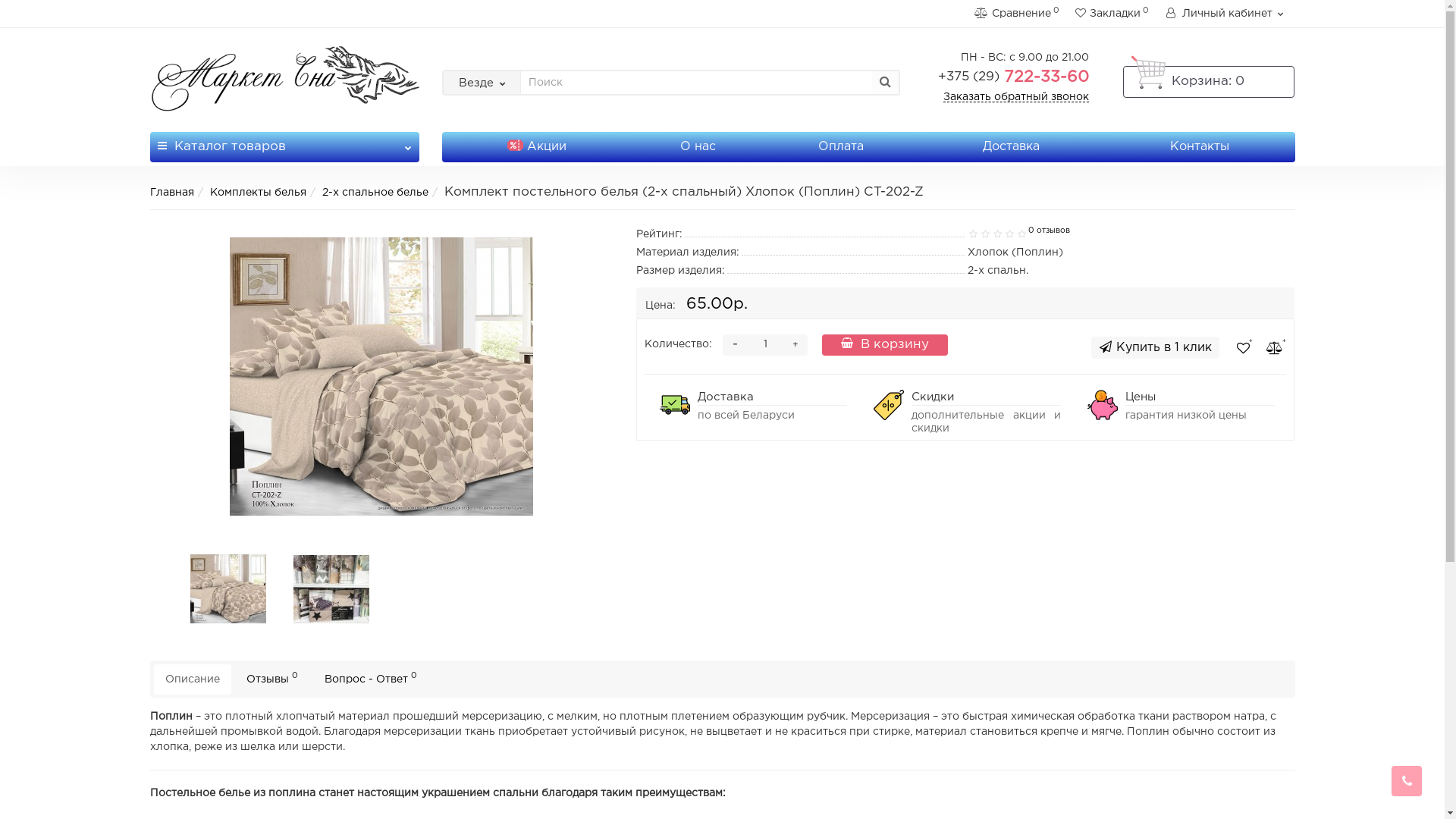 This screenshot has width=1456, height=819. I want to click on '-', so click(735, 345).